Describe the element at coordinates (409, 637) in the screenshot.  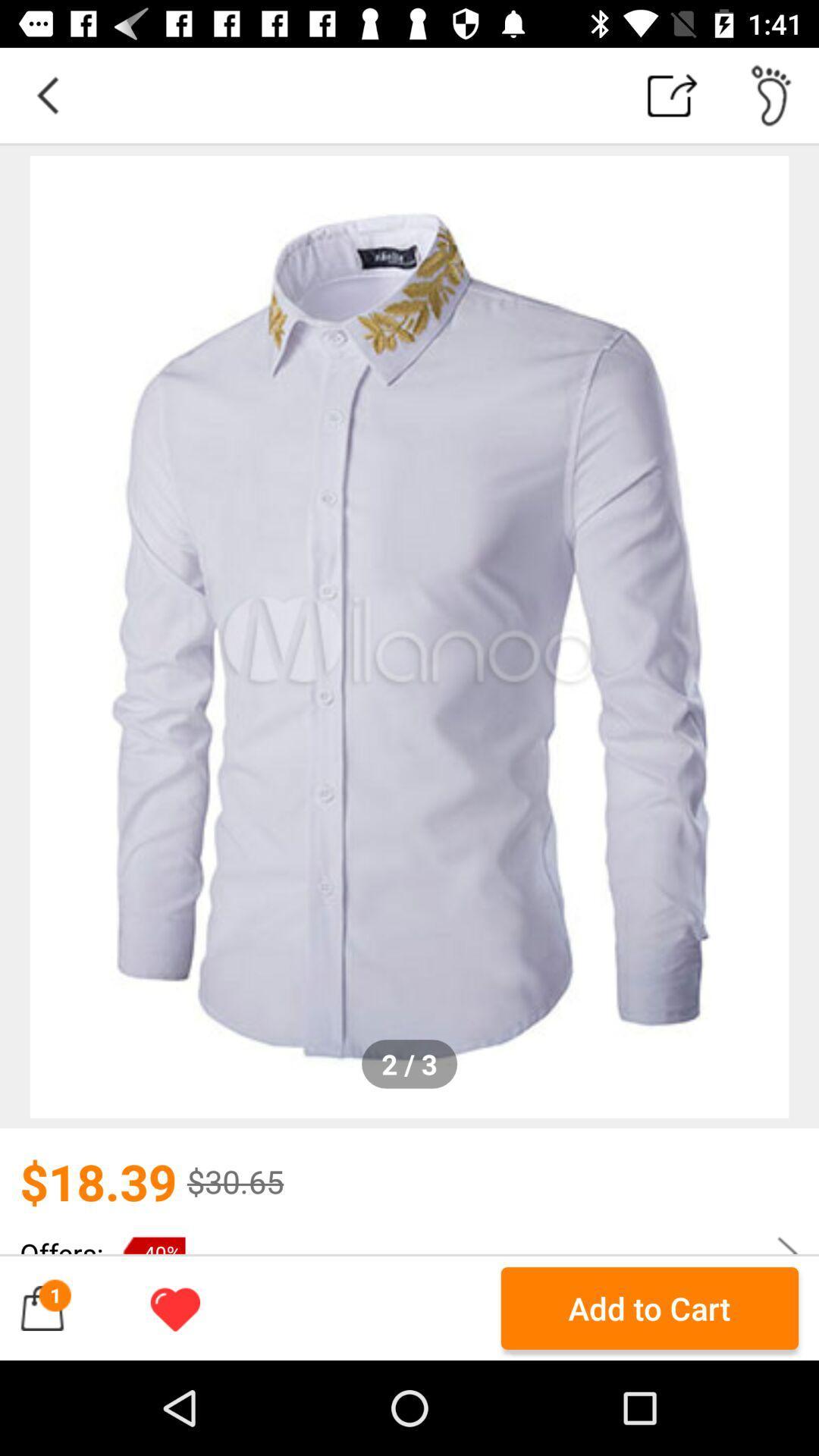
I see `picture 2 of 3 of item` at that location.